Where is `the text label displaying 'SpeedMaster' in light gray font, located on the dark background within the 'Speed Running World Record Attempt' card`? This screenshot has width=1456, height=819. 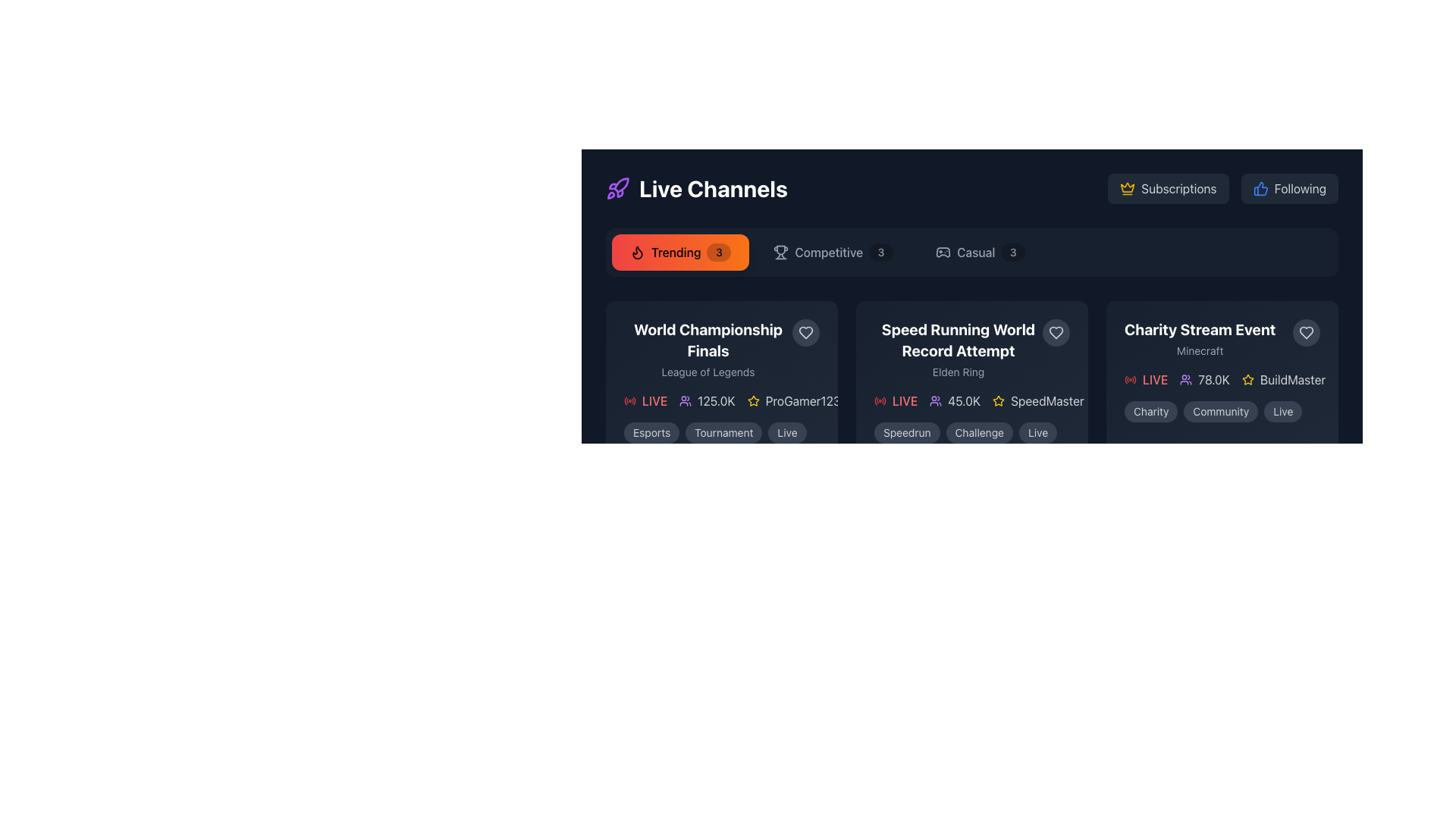
the text label displaying 'SpeedMaster' in light gray font, located on the dark background within the 'Speed Running World Record Attempt' card is located at coordinates (1046, 400).